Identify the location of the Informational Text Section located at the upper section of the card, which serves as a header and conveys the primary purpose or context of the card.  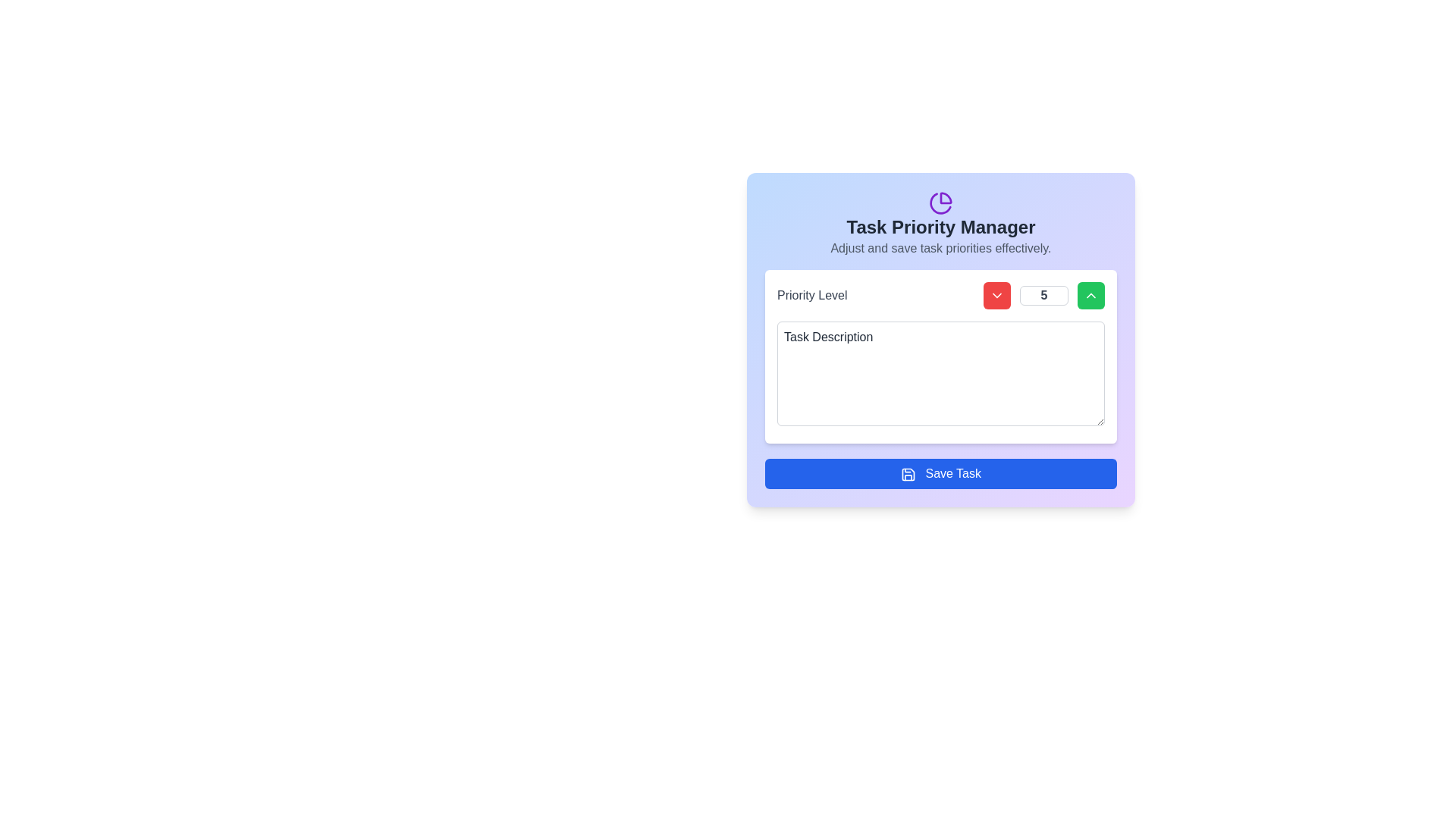
(940, 231).